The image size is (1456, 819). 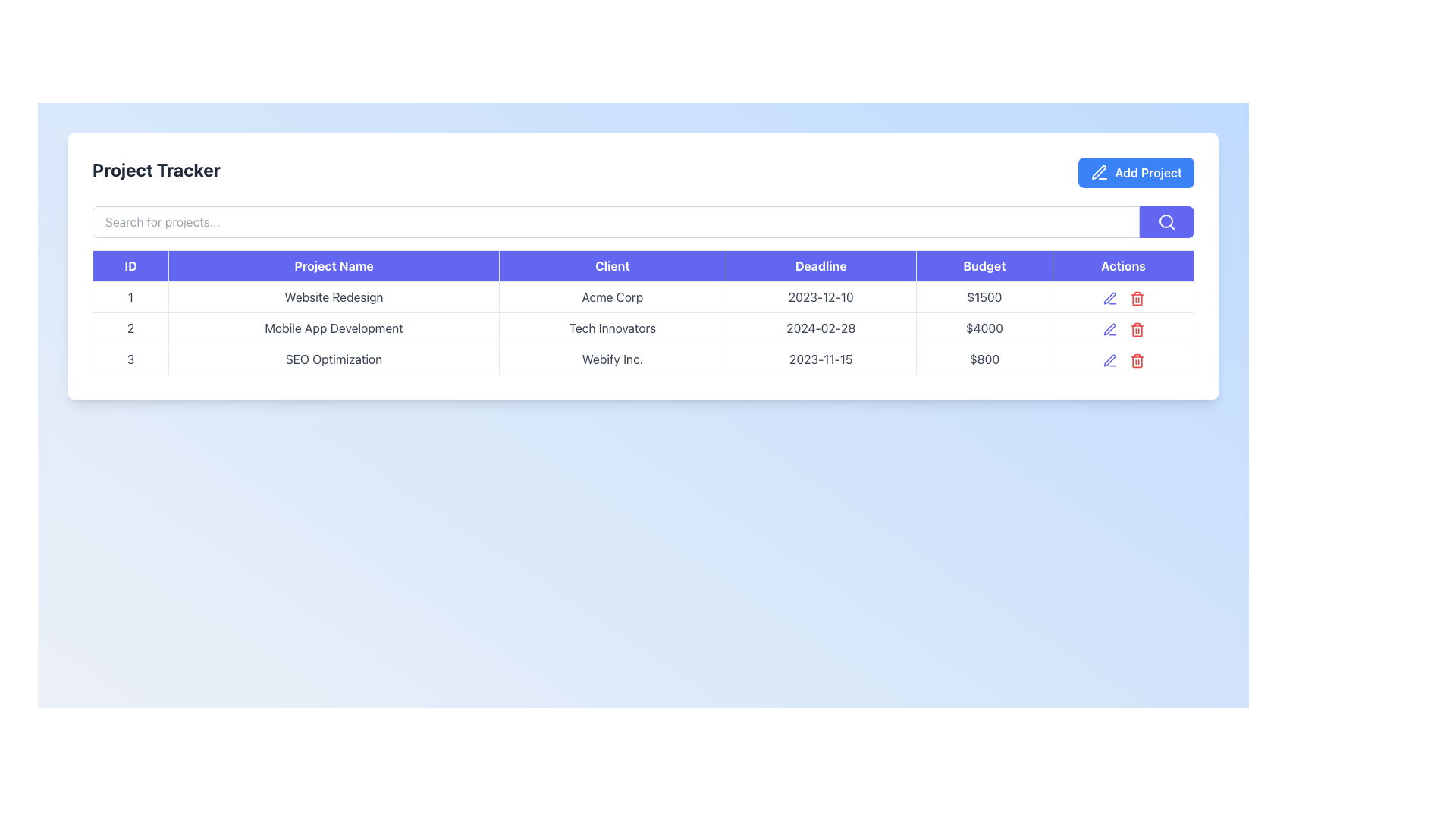 I want to click on the delete button located in the third position of the 'Actions' column for the second row of the table, so click(x=1137, y=327).